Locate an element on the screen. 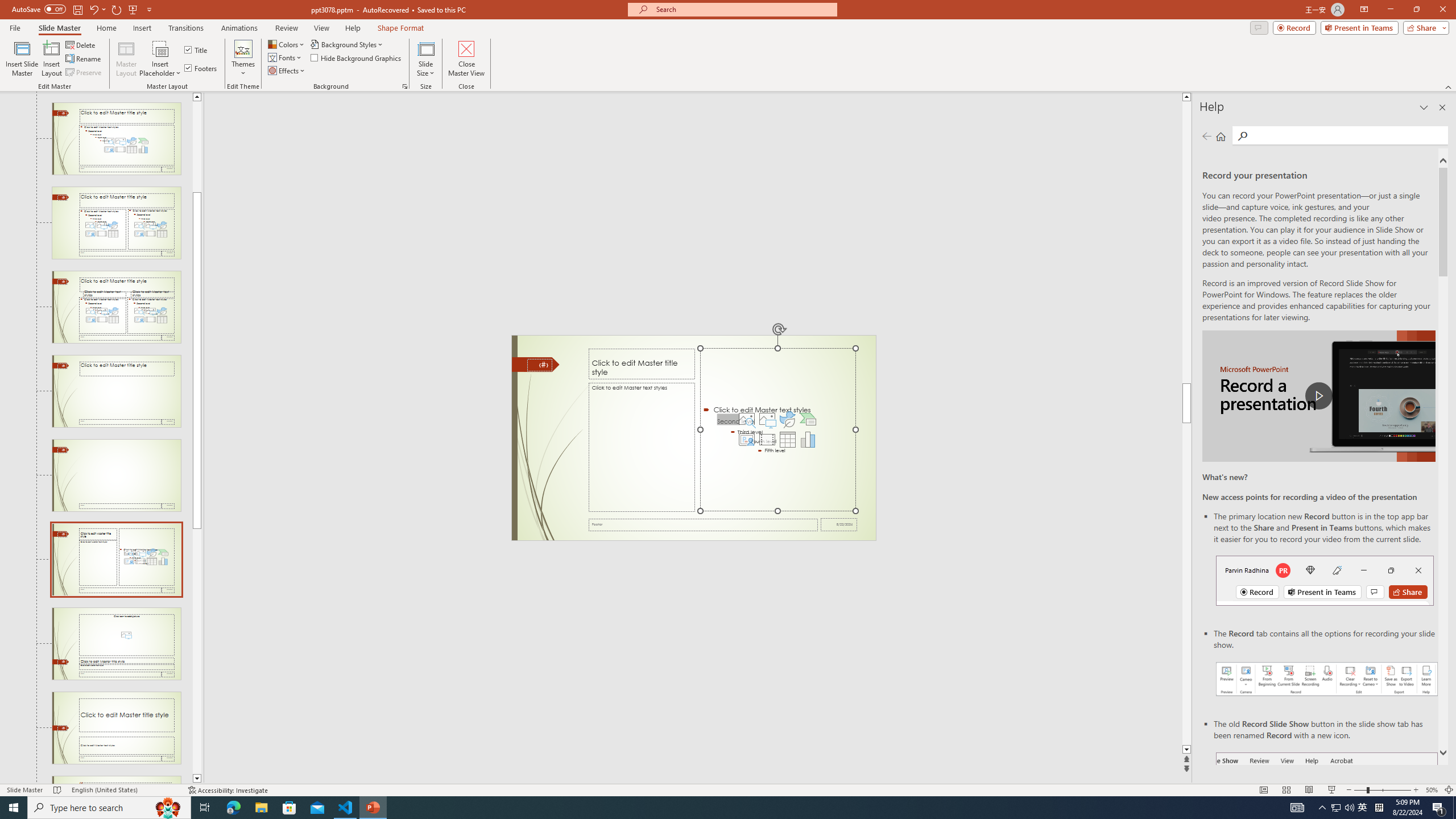 This screenshot has height=819, width=1456. 'Line down' is located at coordinates (197, 778).